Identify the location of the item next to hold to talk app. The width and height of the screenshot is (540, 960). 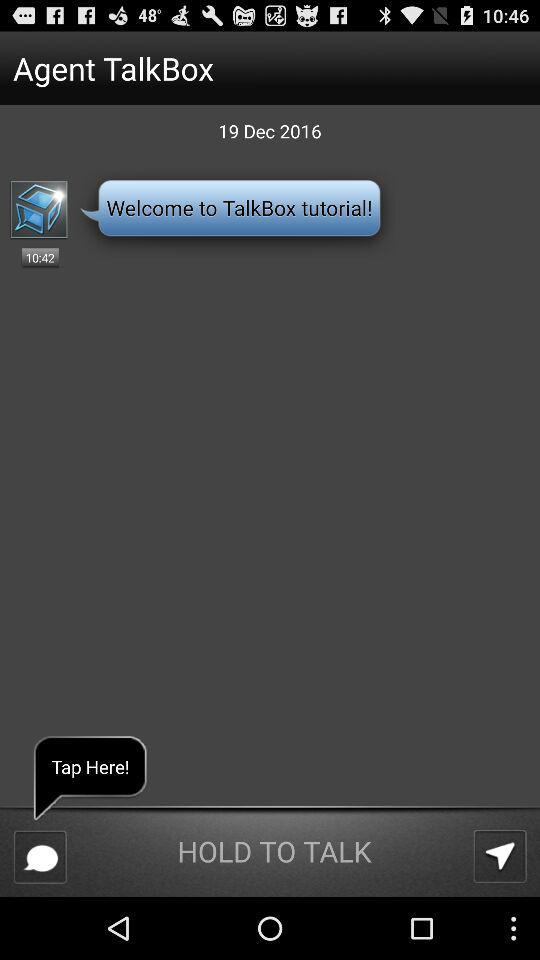
(499, 855).